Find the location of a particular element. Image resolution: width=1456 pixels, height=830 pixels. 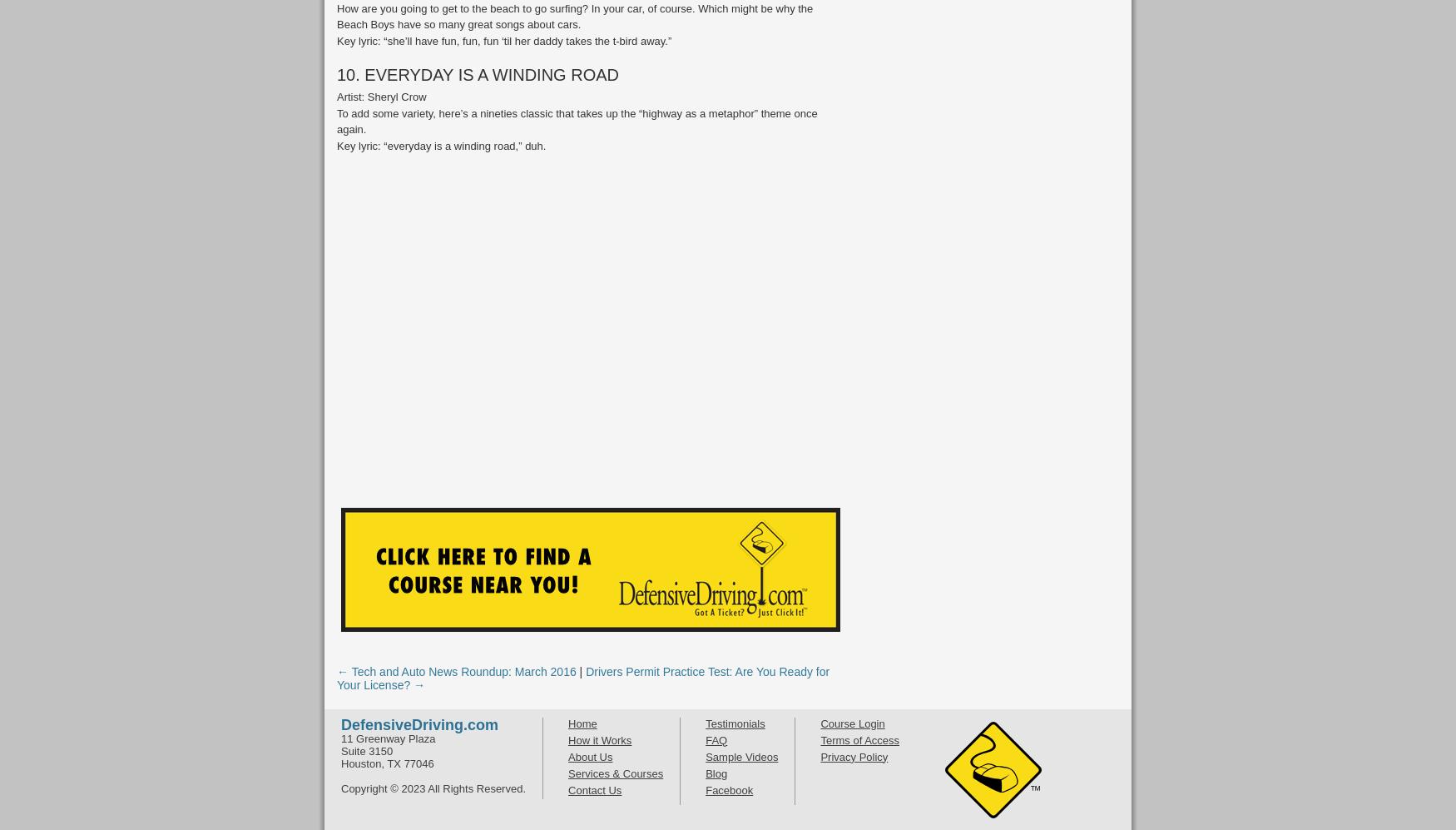

'How it Works' is located at coordinates (600, 738).